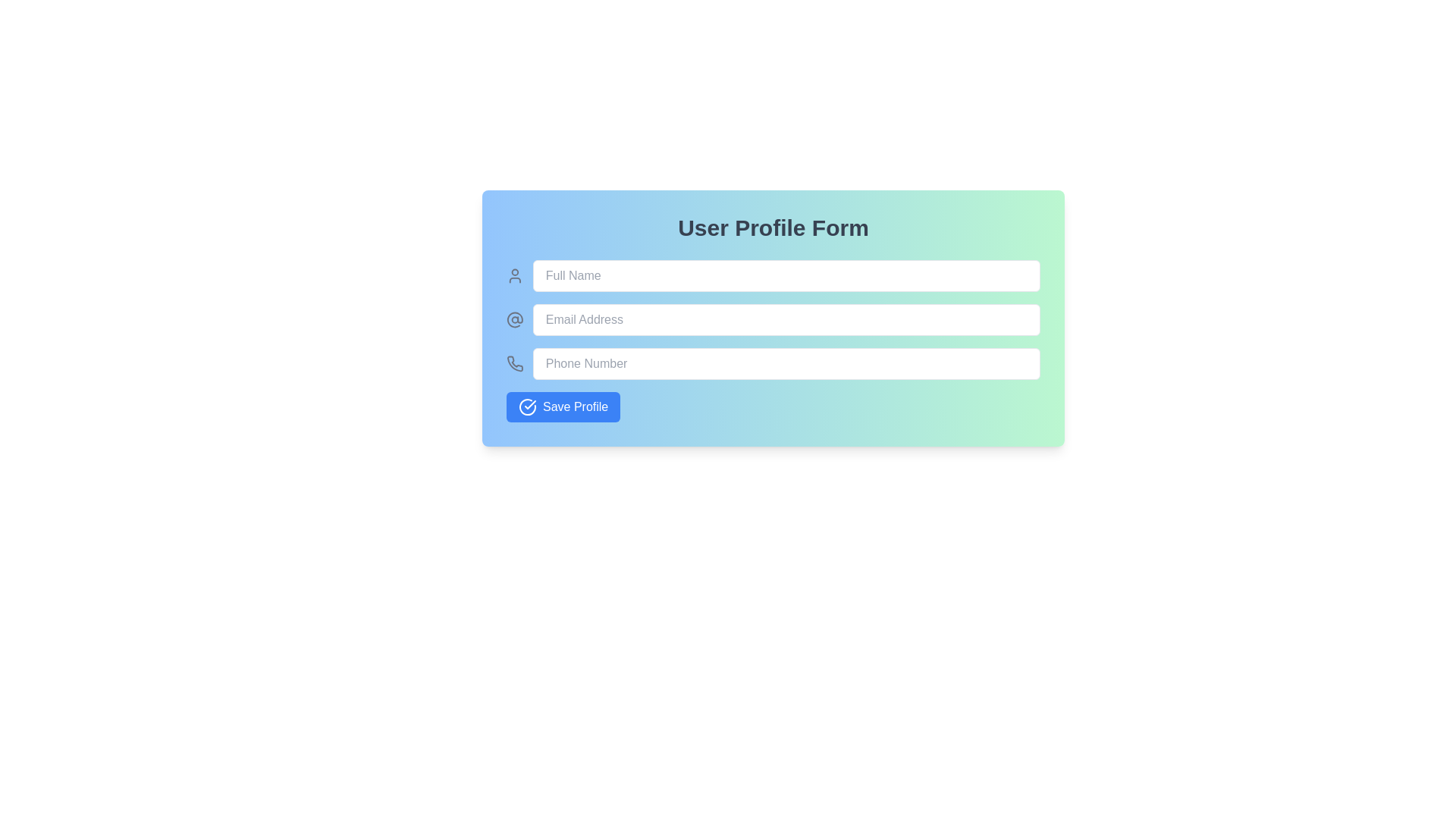 Image resolution: width=1456 pixels, height=819 pixels. What do you see at coordinates (773, 227) in the screenshot?
I see `text of the heading 'User Profile Form', which is a large, bold, gray text located at the top of the form` at bounding box center [773, 227].